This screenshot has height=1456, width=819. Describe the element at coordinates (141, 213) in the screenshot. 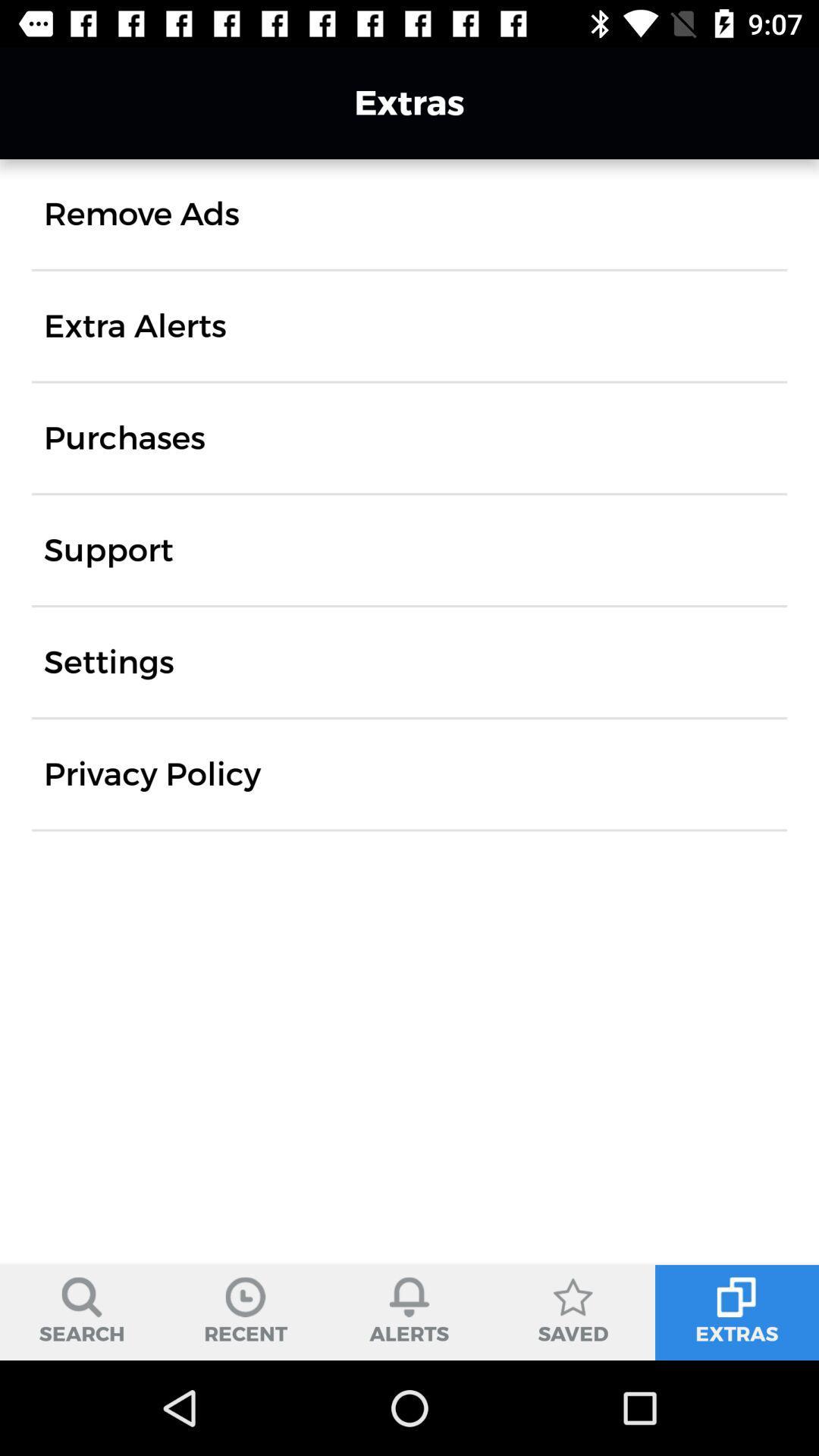

I see `remove ads item` at that location.